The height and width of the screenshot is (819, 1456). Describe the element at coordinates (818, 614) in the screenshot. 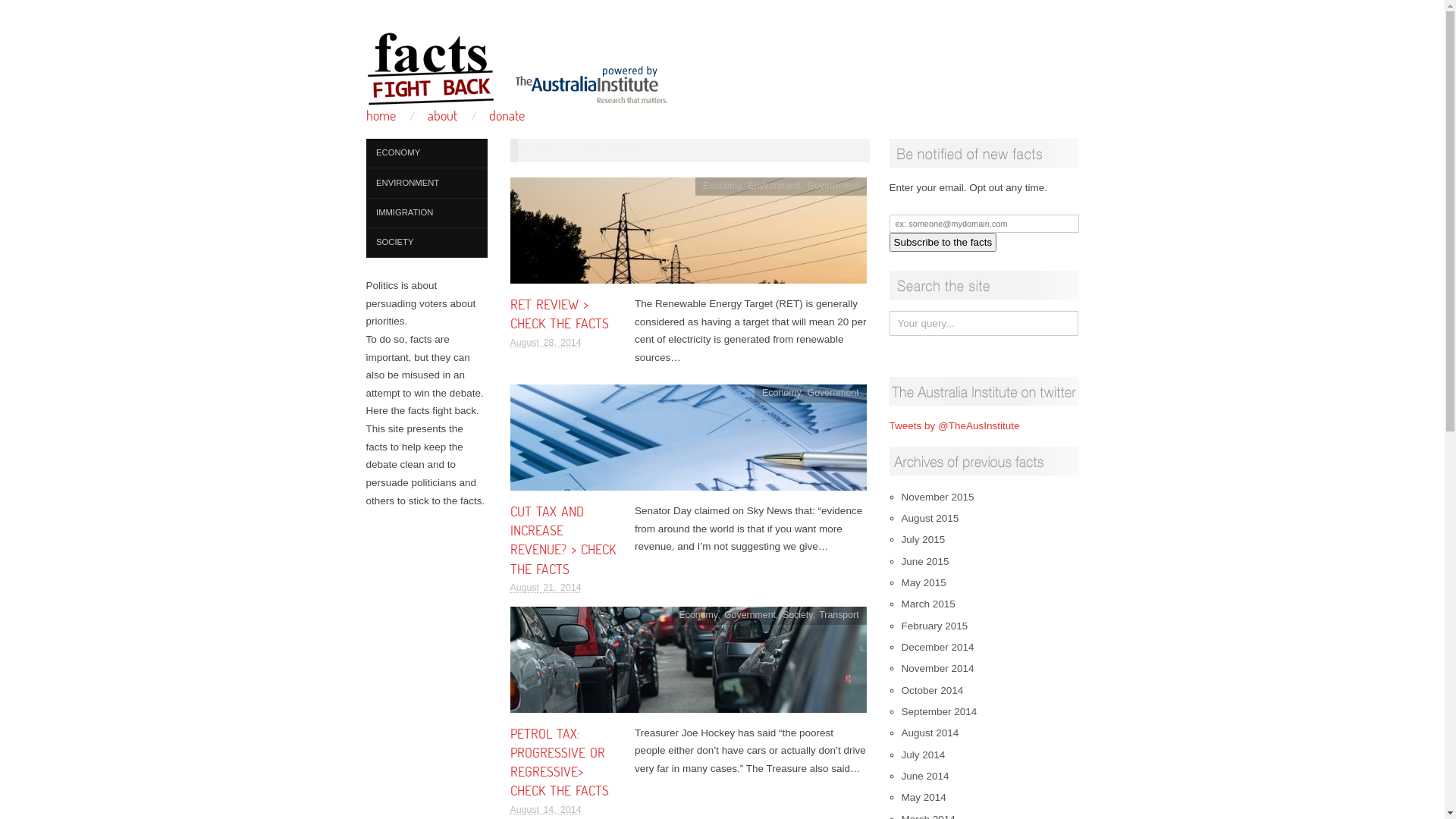

I see `'Transport'` at that location.